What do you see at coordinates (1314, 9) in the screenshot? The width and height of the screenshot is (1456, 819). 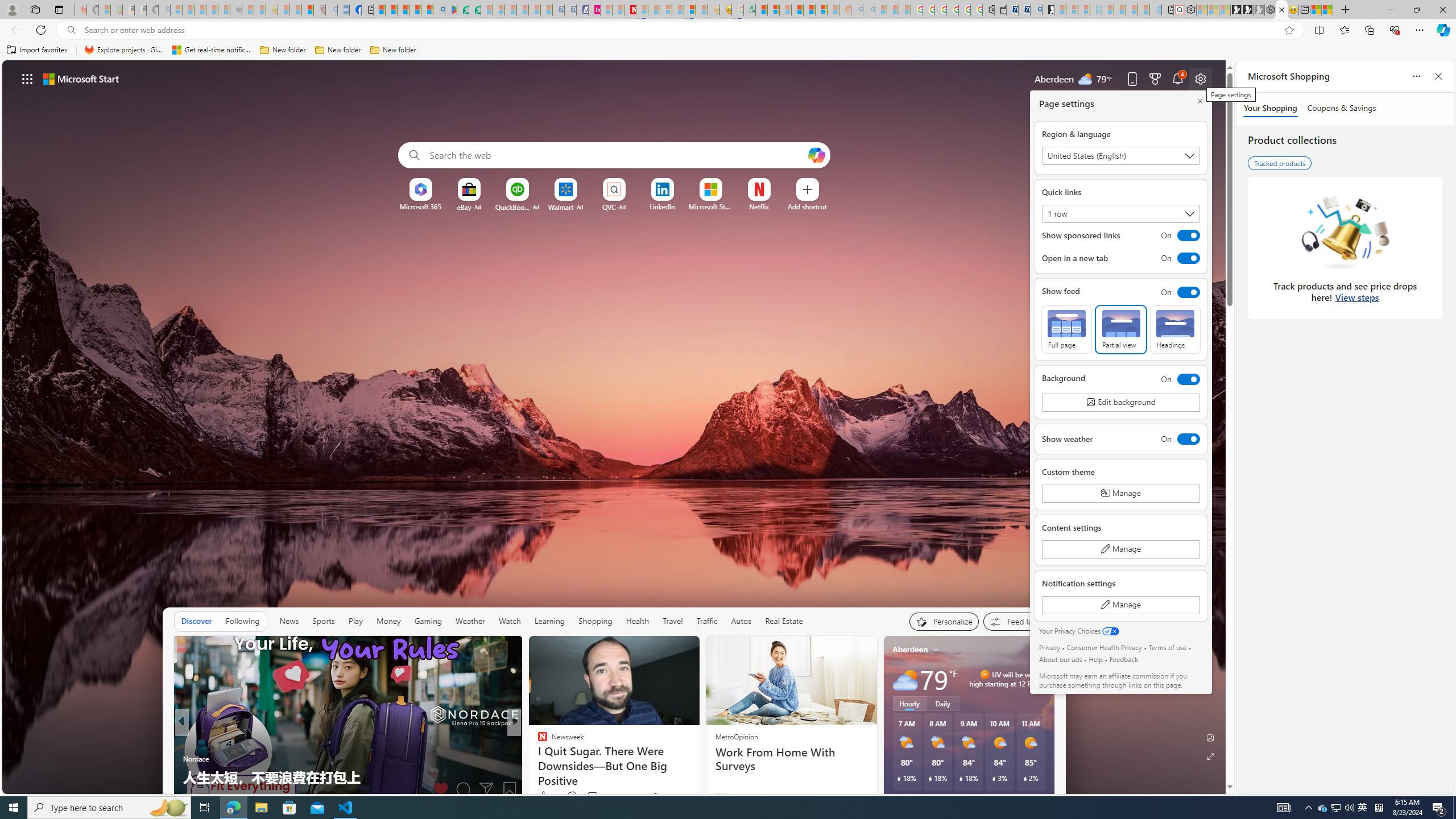 I see `'Wildlife - MSN'` at bounding box center [1314, 9].